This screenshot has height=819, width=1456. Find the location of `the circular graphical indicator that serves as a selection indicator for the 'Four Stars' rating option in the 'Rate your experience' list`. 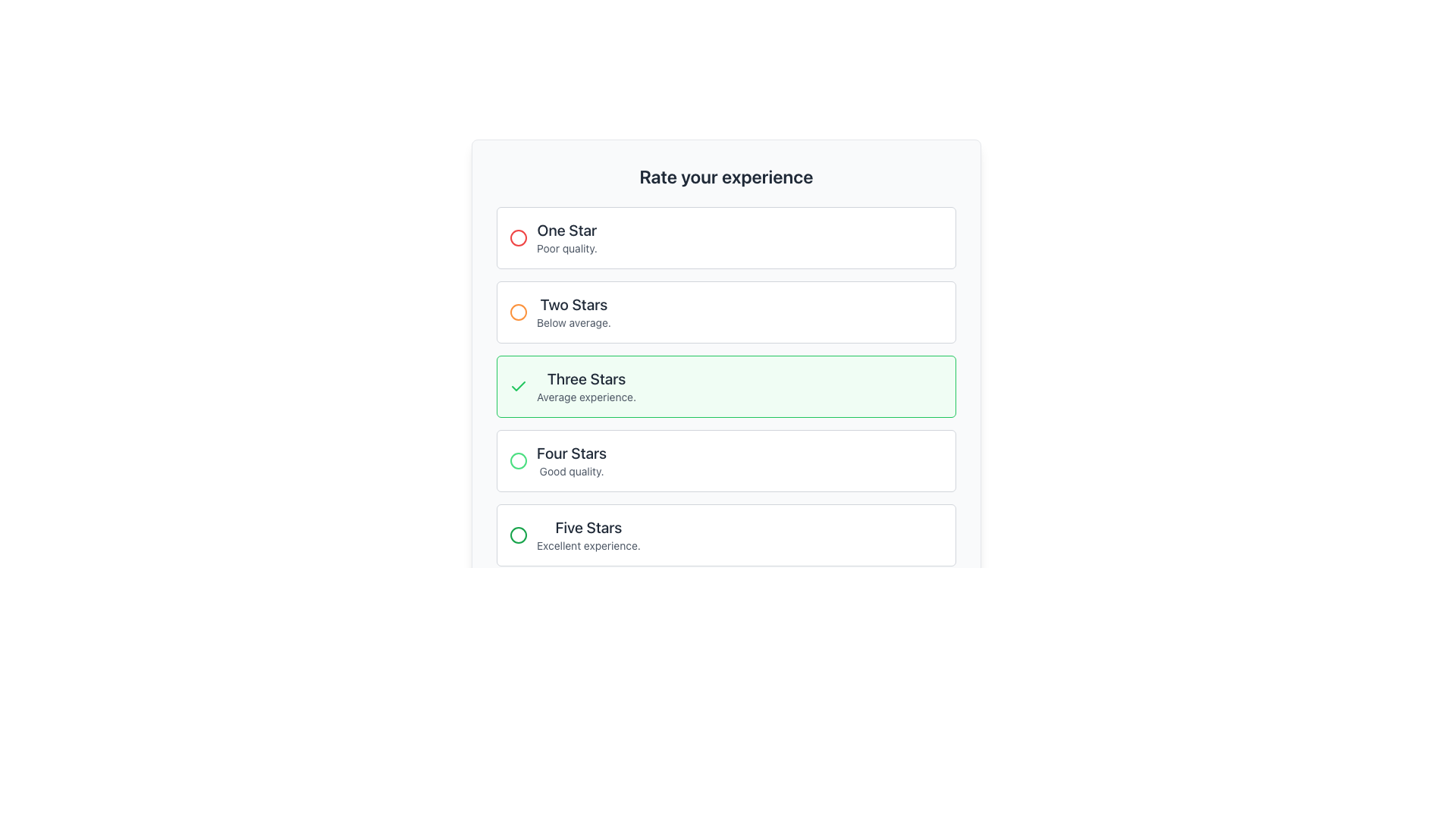

the circular graphical indicator that serves as a selection indicator for the 'Four Stars' rating option in the 'Rate your experience' list is located at coordinates (519, 460).